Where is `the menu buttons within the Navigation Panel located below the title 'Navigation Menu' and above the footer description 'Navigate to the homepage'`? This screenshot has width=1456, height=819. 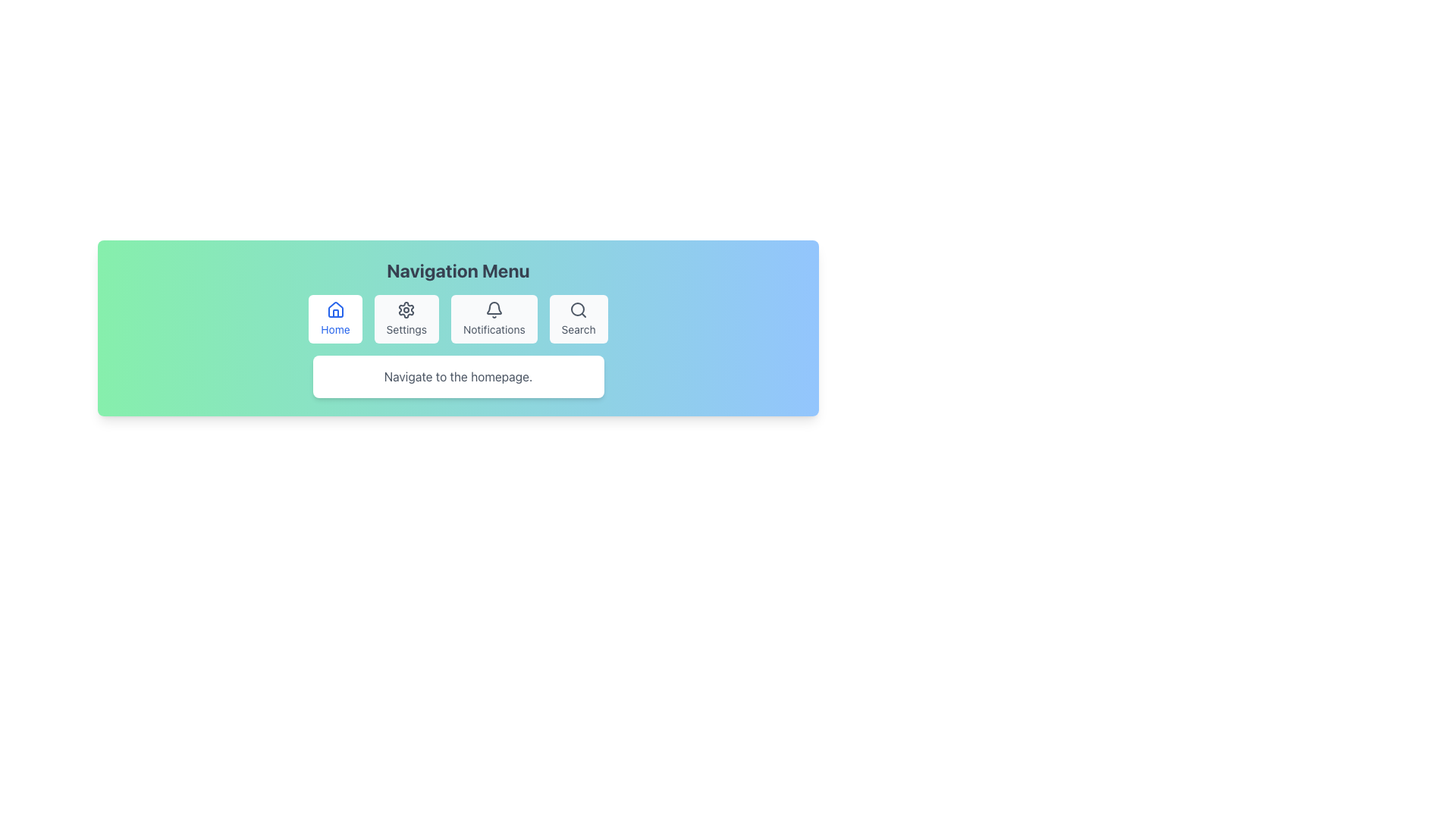 the menu buttons within the Navigation Panel located below the title 'Navigation Menu' and above the footer description 'Navigate to the homepage' is located at coordinates (457, 327).